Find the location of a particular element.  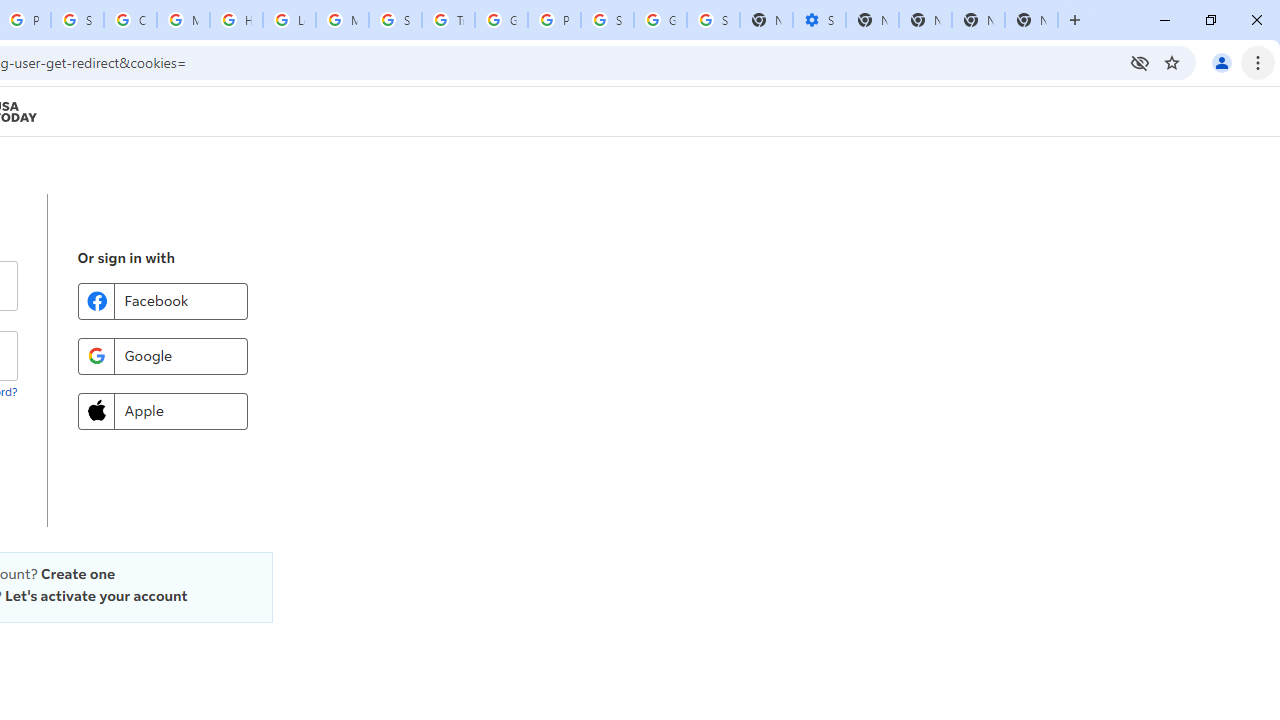

'Google Ads - Sign in' is located at coordinates (501, 20).